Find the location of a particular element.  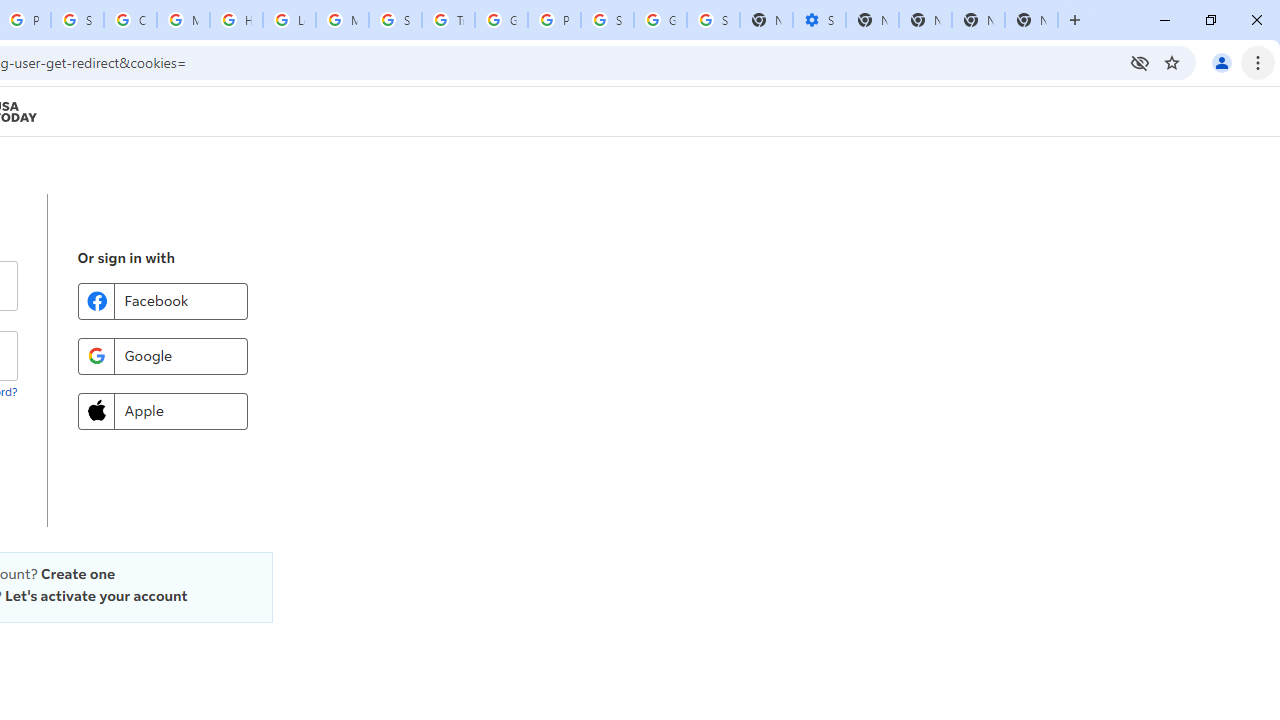

'Google Ads - Sign in' is located at coordinates (501, 20).